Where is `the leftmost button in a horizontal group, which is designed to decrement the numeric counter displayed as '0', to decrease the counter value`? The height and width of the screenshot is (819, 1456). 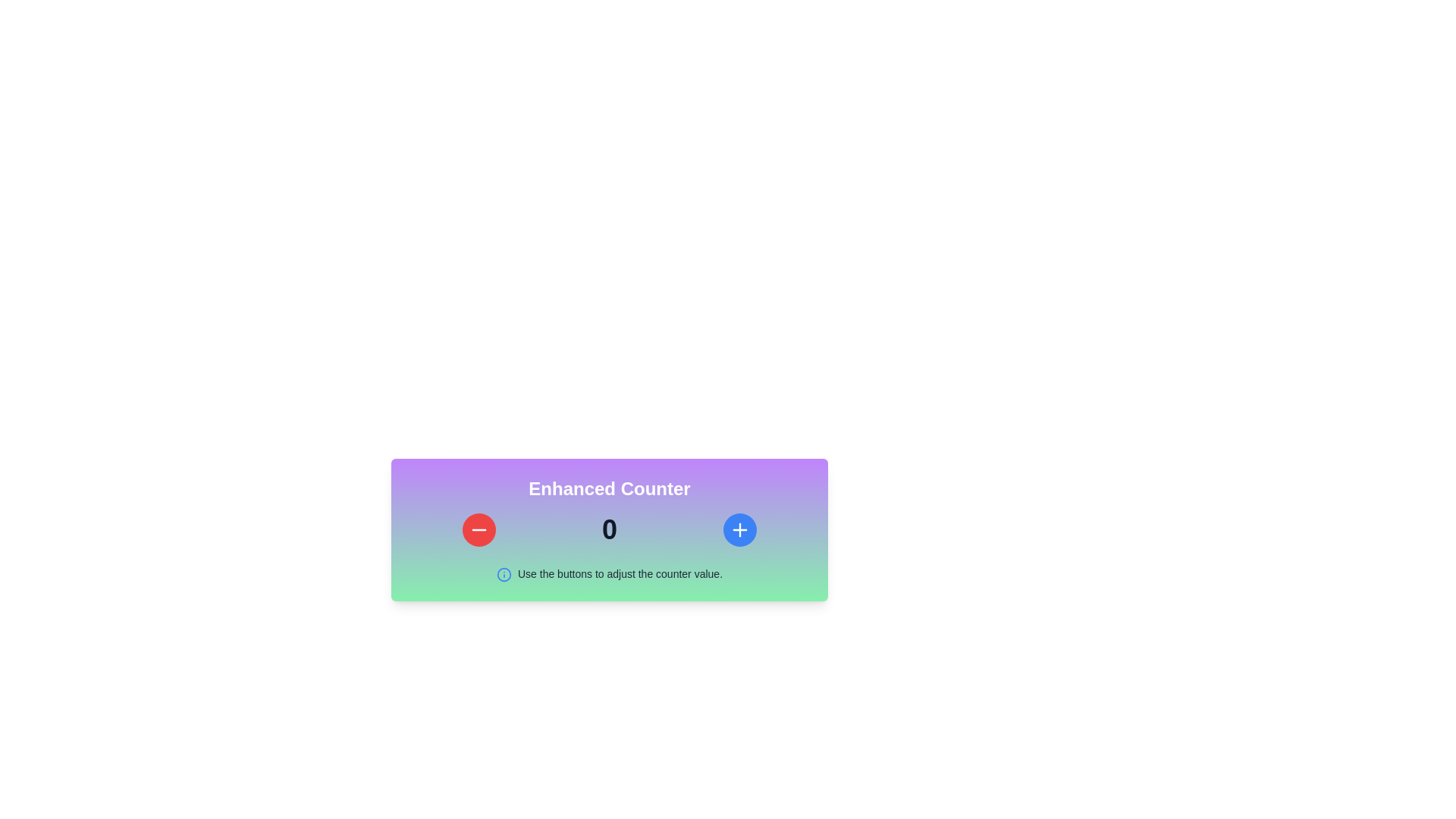 the leftmost button in a horizontal group, which is designed to decrement the numeric counter displayed as '0', to decrease the counter value is located at coordinates (479, 529).